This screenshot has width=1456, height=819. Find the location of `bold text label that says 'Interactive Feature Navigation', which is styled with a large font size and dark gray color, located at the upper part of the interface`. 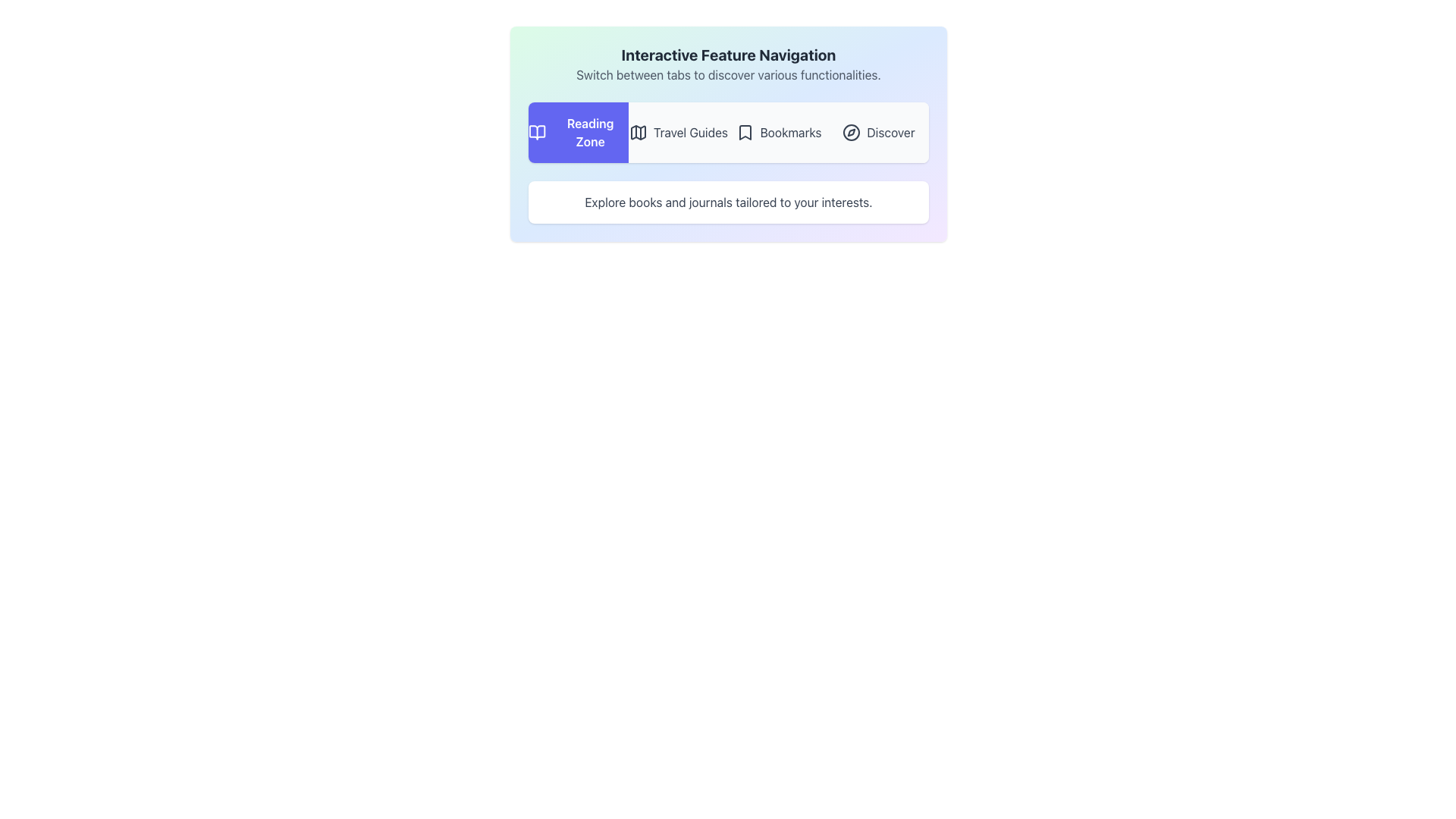

bold text label that says 'Interactive Feature Navigation', which is styled with a large font size and dark gray color, located at the upper part of the interface is located at coordinates (728, 55).